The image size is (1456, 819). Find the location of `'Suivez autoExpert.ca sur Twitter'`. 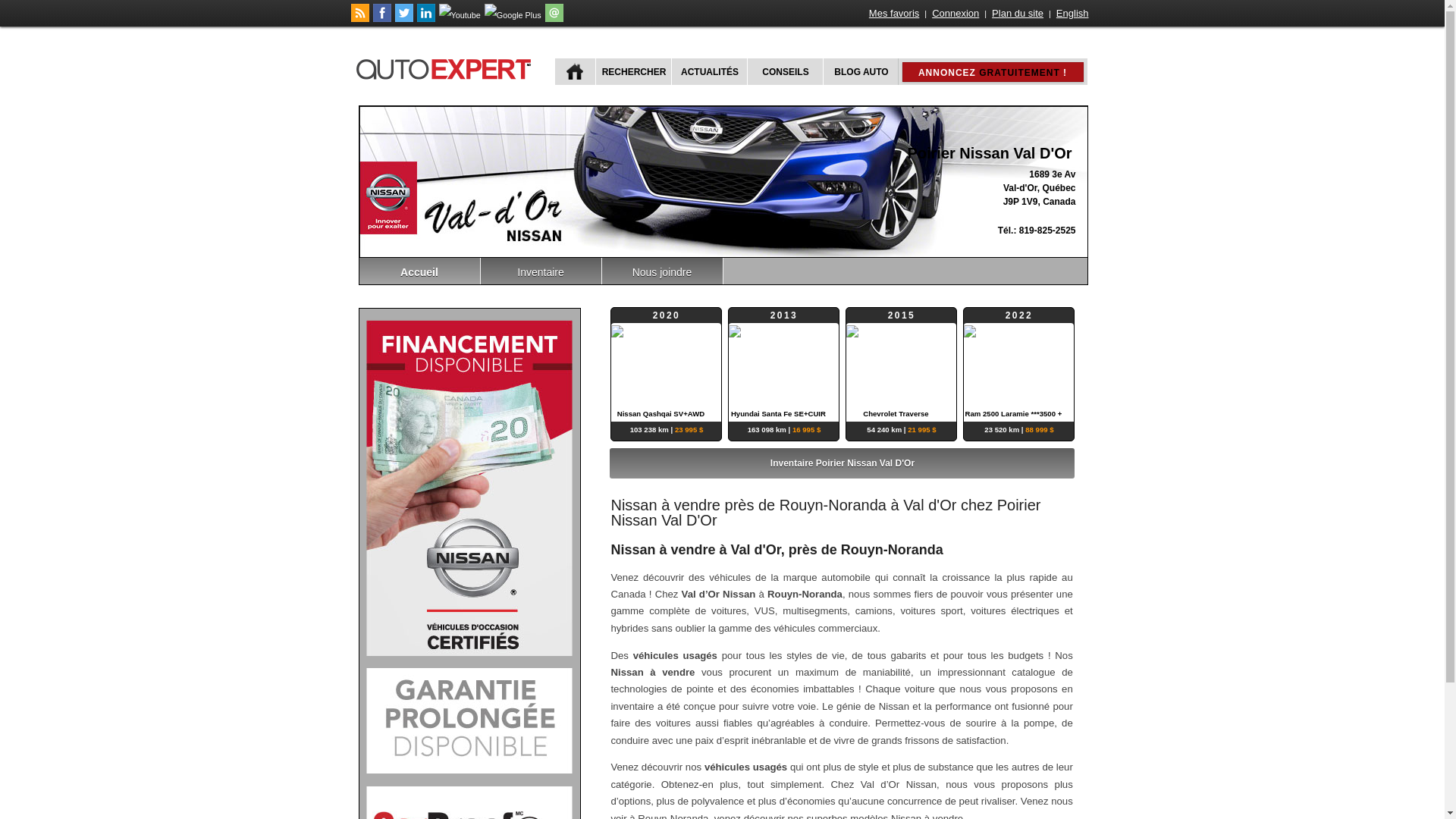

'Suivez autoExpert.ca sur Twitter' is located at coordinates (403, 18).